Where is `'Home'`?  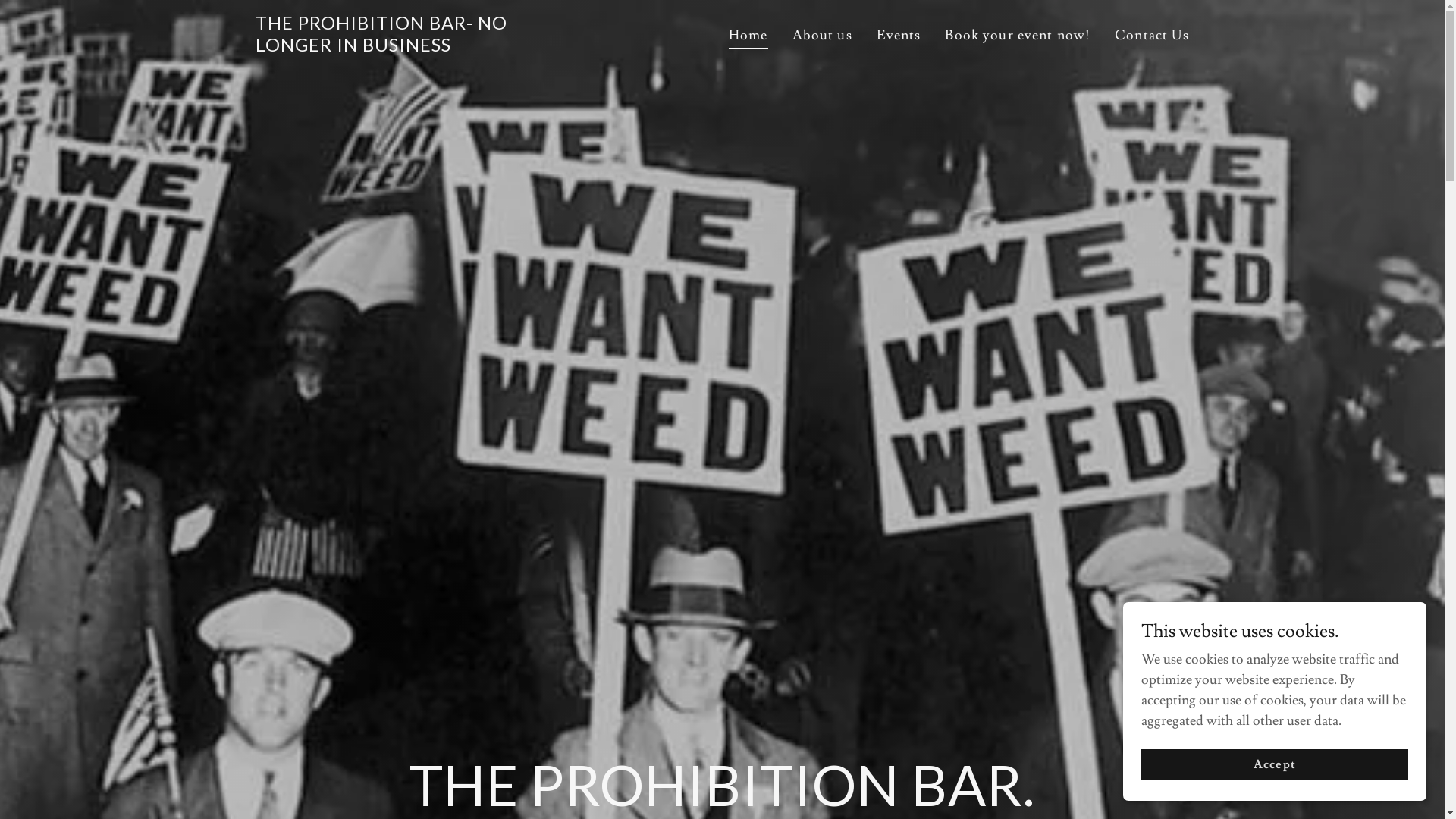
'Home' is located at coordinates (748, 36).